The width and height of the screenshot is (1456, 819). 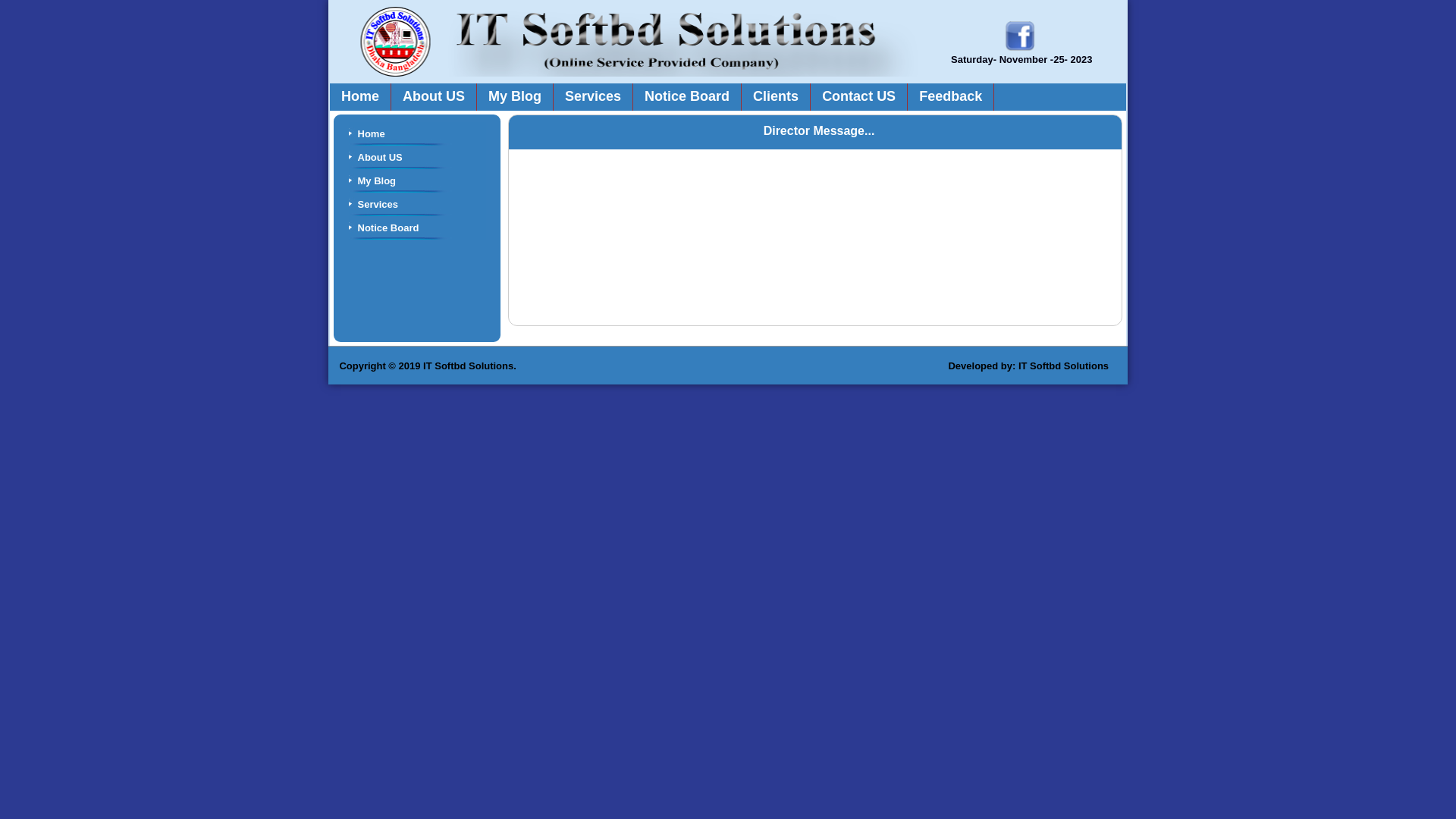 I want to click on 'My Blog', so click(x=417, y=180).